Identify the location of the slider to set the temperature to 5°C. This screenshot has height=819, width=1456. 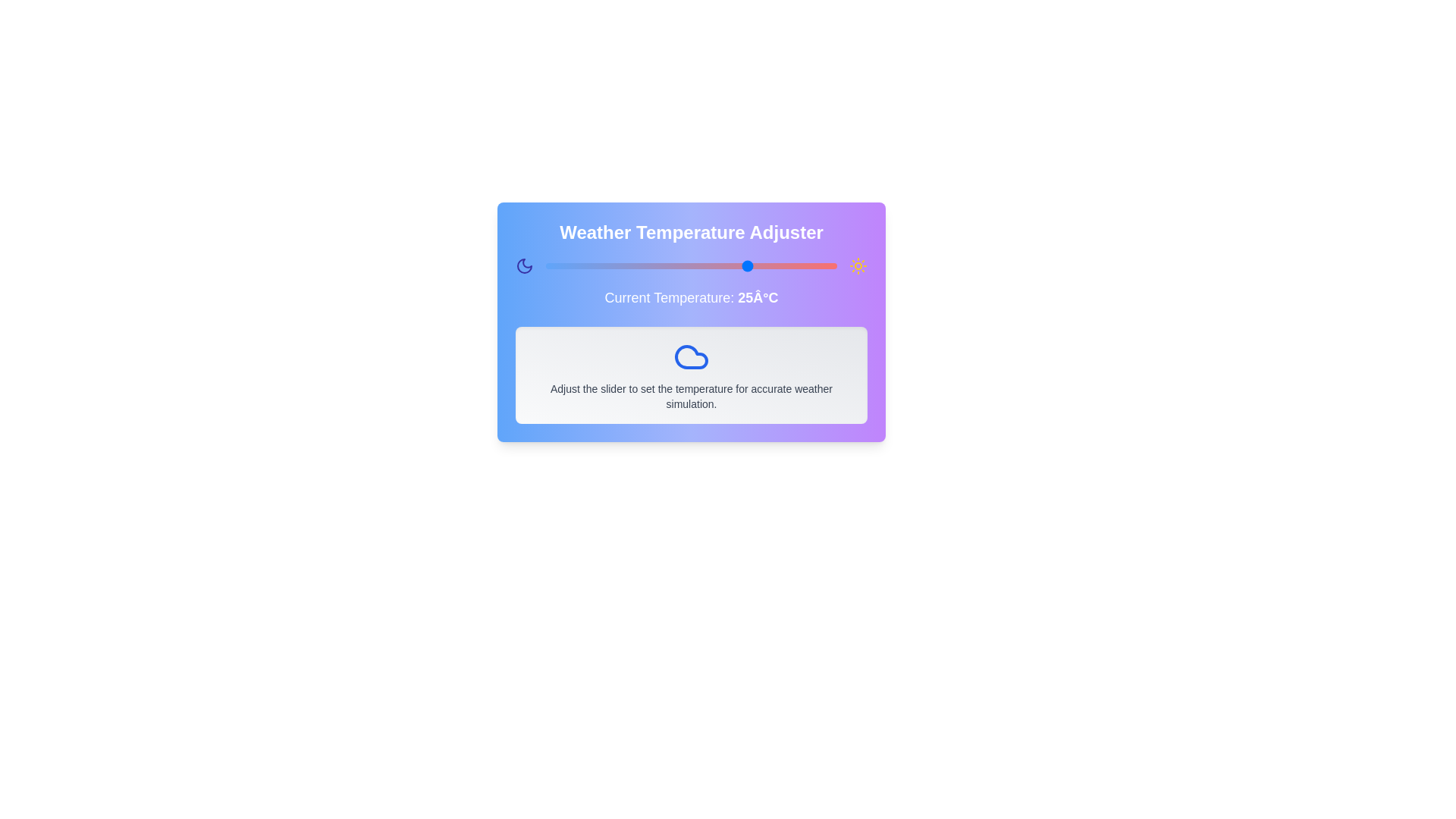
(633, 265).